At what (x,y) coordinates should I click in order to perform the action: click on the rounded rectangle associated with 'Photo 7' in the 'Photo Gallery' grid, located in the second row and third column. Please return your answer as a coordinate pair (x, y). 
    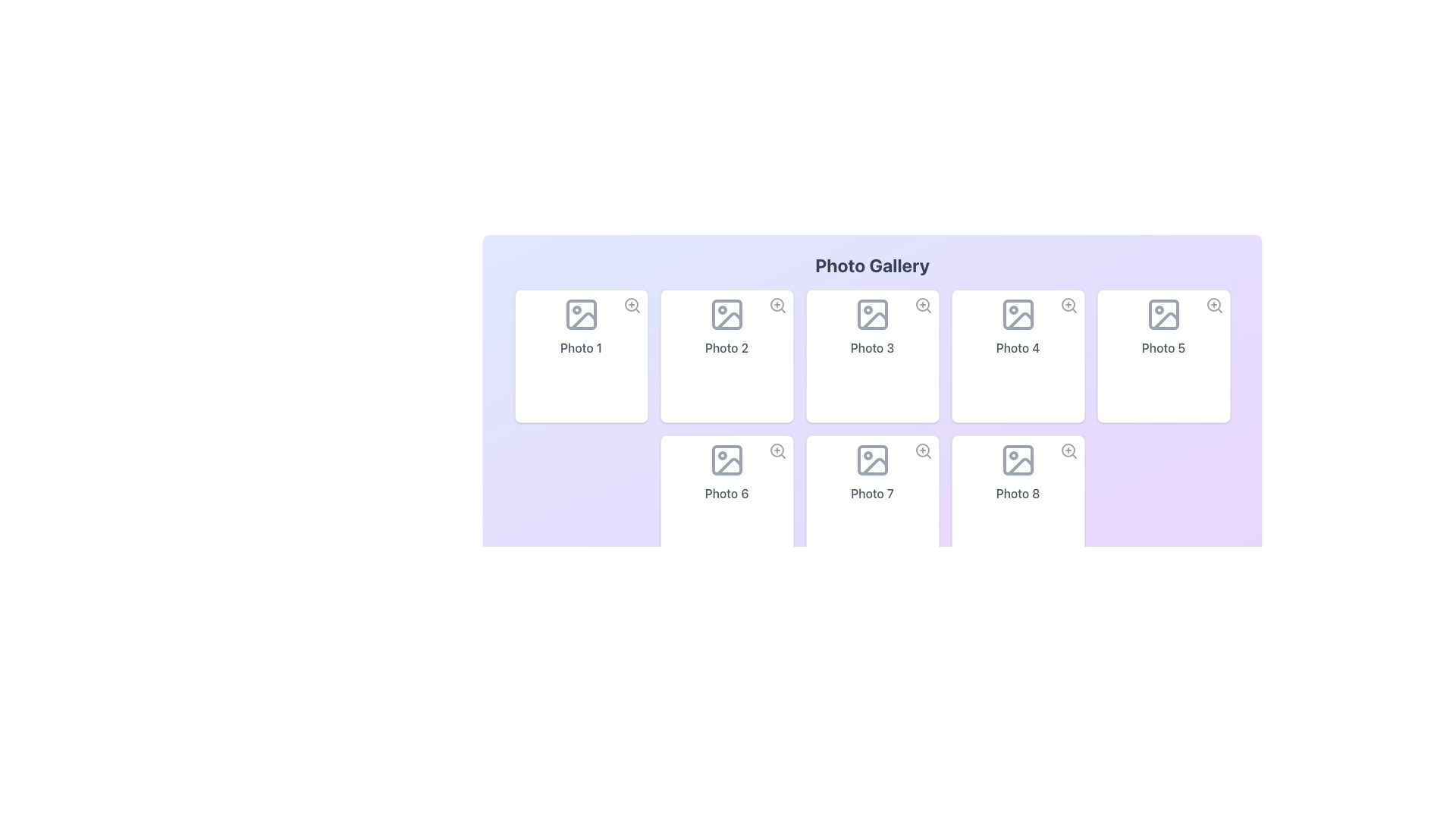
    Looking at the image, I should click on (872, 459).